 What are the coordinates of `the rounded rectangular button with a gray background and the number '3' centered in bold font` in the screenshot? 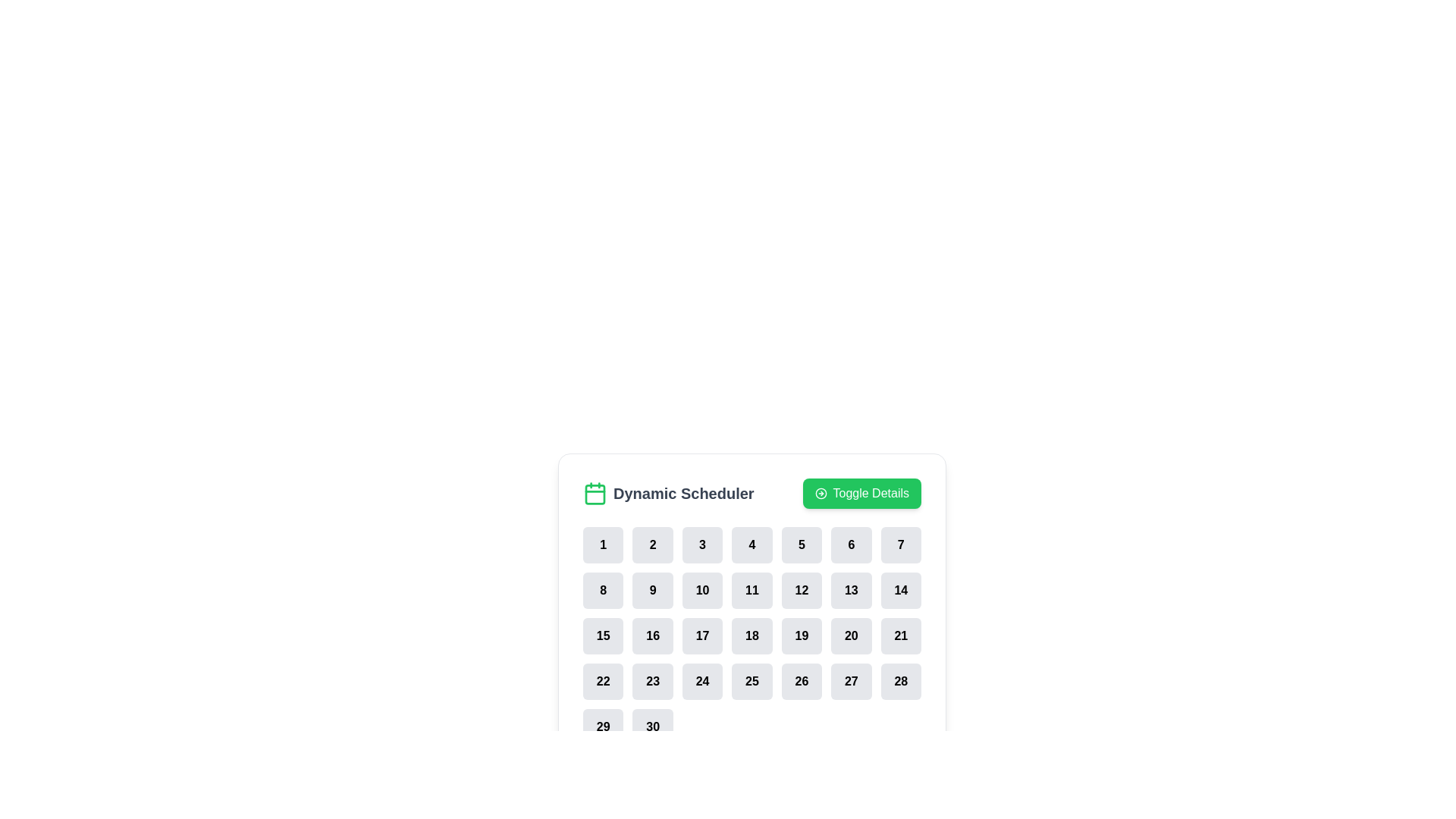 It's located at (701, 544).